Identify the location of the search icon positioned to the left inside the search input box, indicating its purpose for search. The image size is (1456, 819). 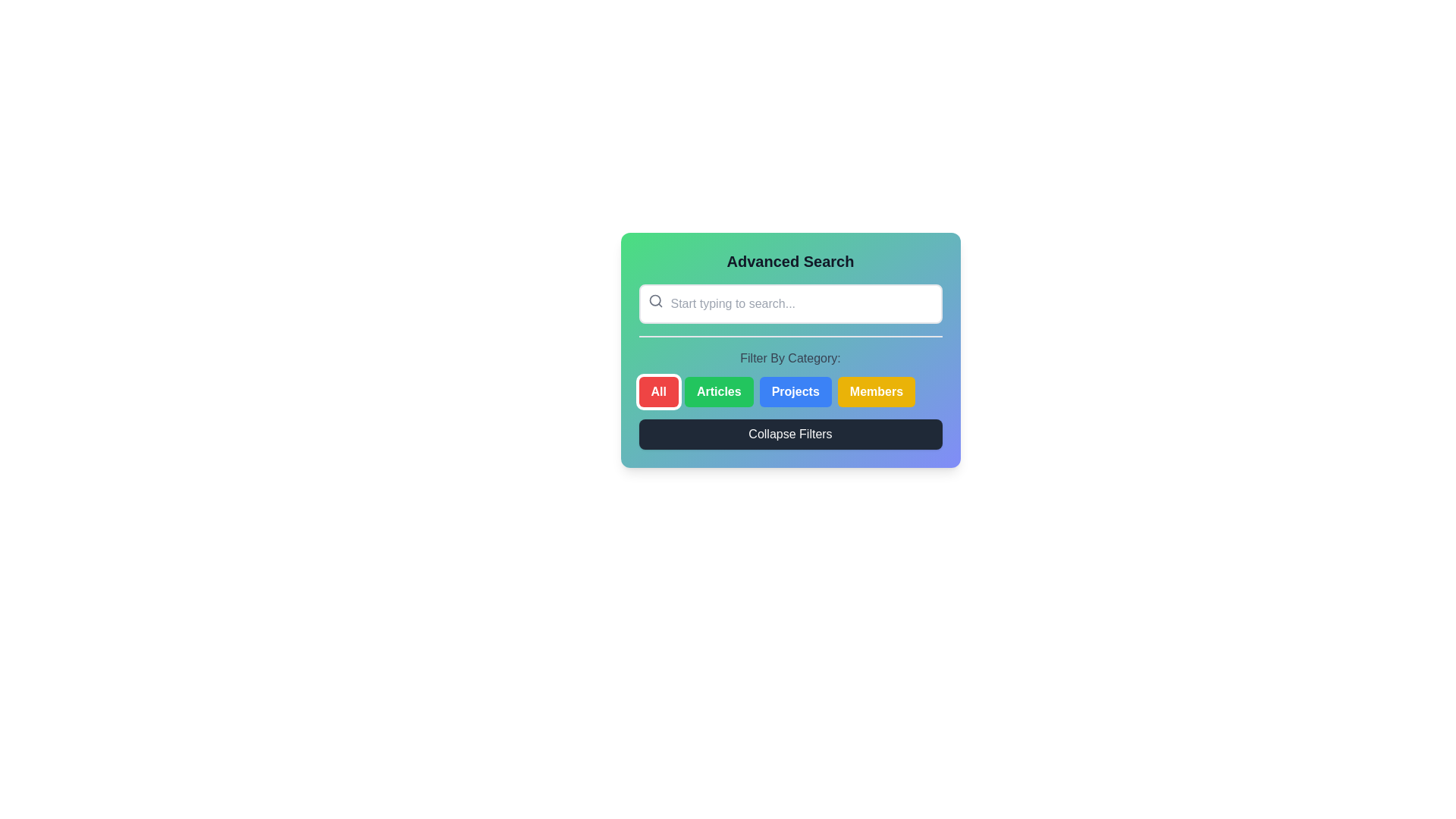
(655, 301).